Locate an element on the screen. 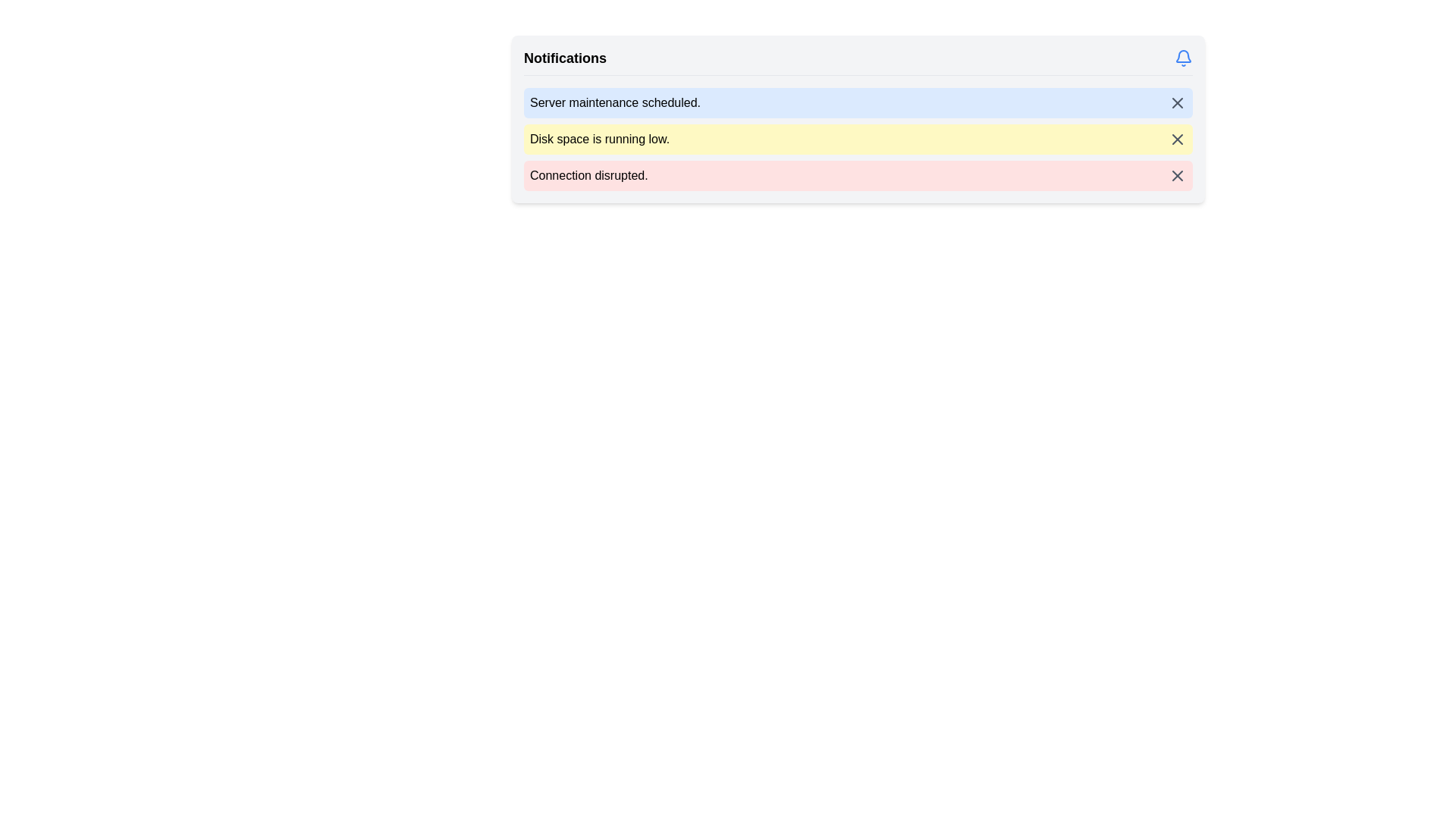 This screenshot has width=1456, height=819. the Close button (graphical 'X' mark) located in the top-right corner of the blue-highlighted notification entry is located at coordinates (1177, 102).